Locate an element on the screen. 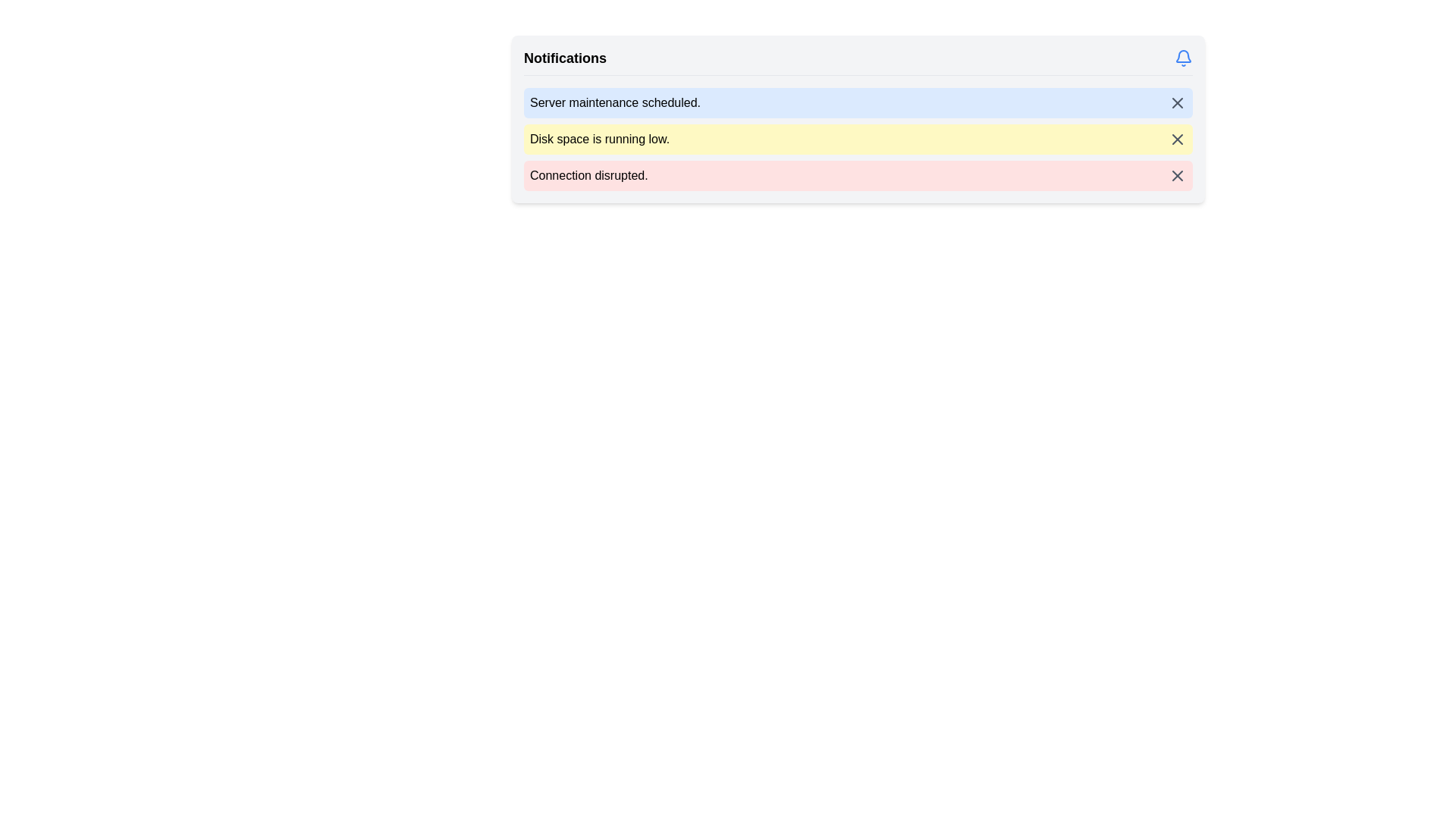 This screenshot has width=1456, height=819. the Close button (graphical 'X' mark) located in the top-right corner of the blue-highlighted notification entry is located at coordinates (1177, 102).